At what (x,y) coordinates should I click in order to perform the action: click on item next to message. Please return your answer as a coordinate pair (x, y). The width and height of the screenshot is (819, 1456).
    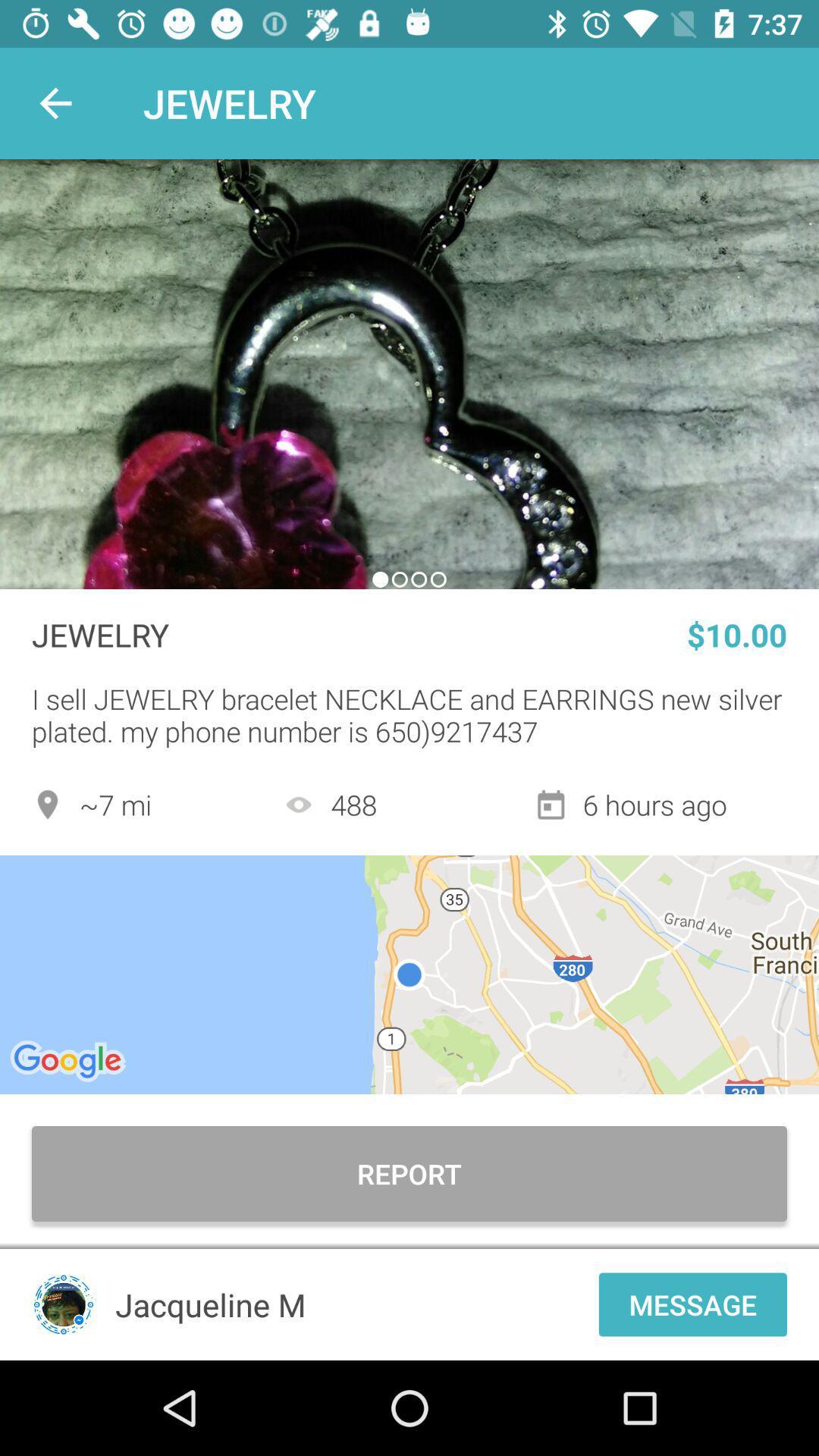
    Looking at the image, I should click on (352, 1304).